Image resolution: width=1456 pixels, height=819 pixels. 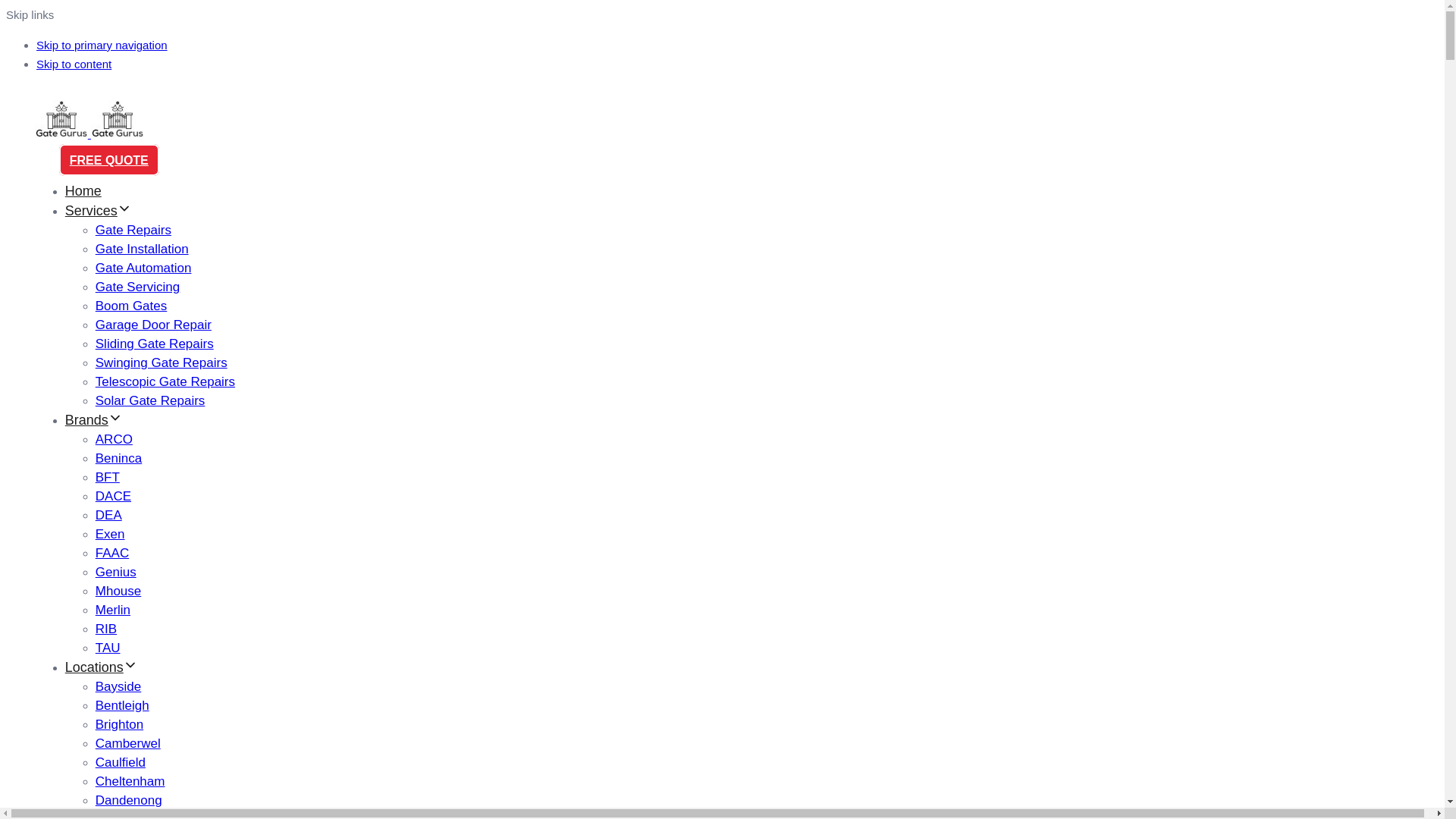 What do you see at coordinates (94, 230) in the screenshot?
I see `'Gate Repairs'` at bounding box center [94, 230].